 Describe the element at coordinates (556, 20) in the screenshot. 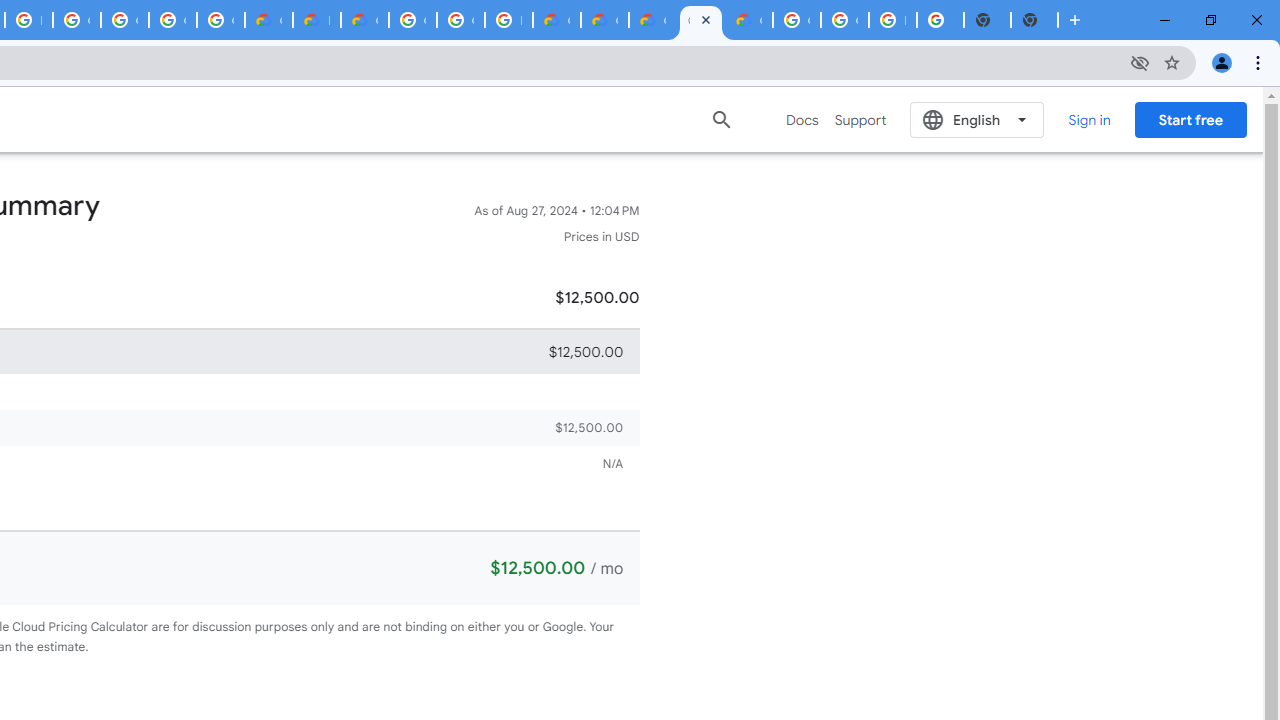

I see `'Customer Care | Google Cloud'` at that location.